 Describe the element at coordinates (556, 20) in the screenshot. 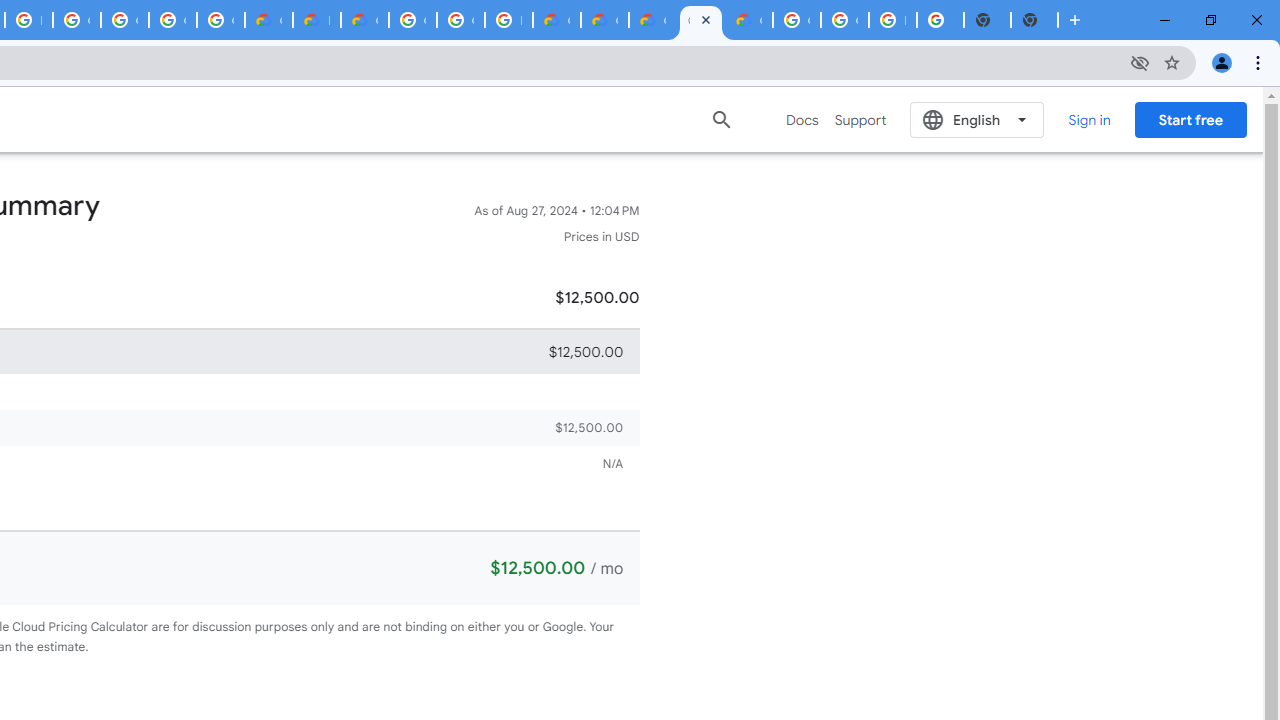

I see `'Customer Care | Google Cloud'` at that location.